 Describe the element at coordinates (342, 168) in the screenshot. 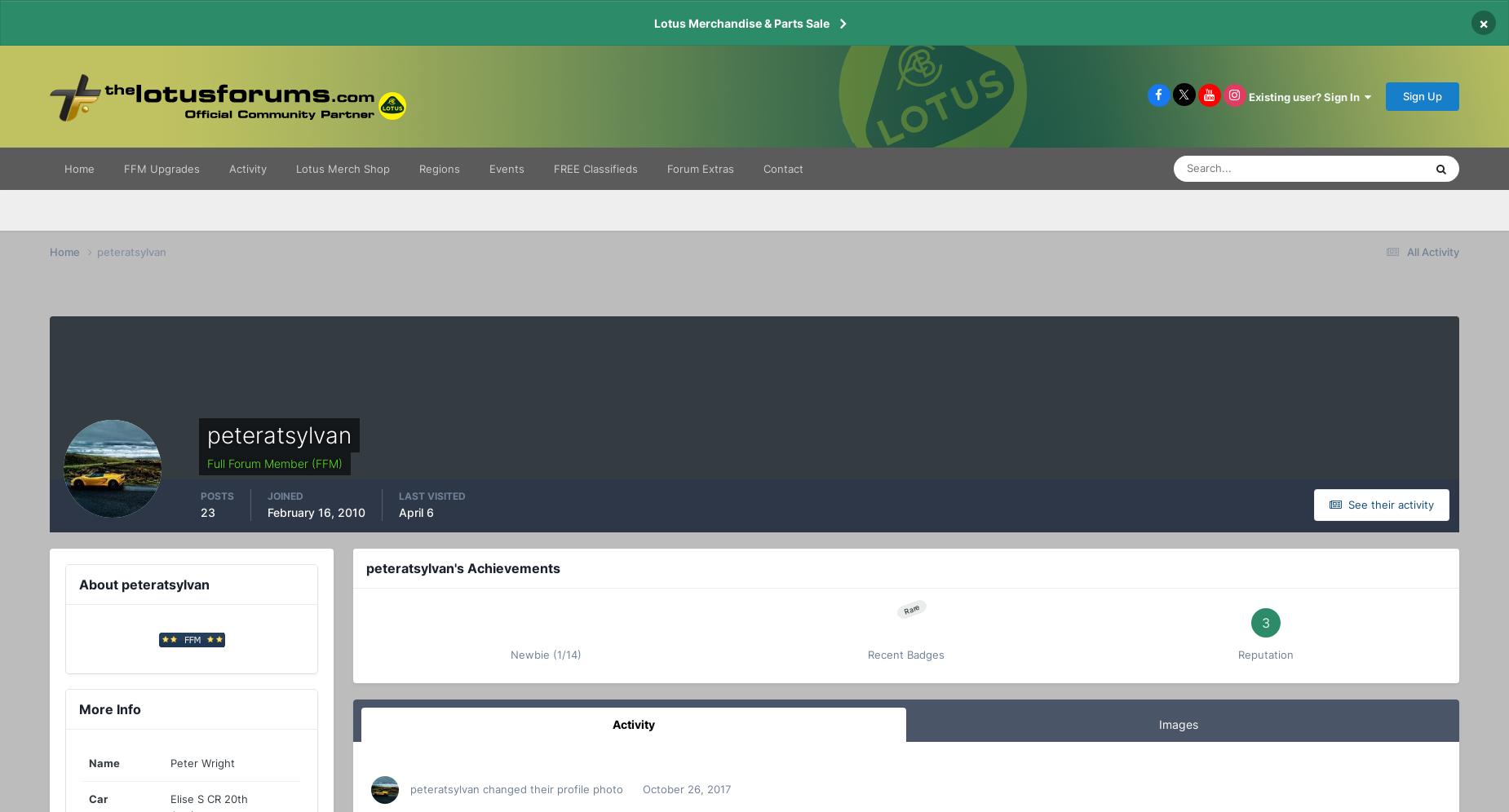

I see `'Lotus Merch Shop'` at that location.